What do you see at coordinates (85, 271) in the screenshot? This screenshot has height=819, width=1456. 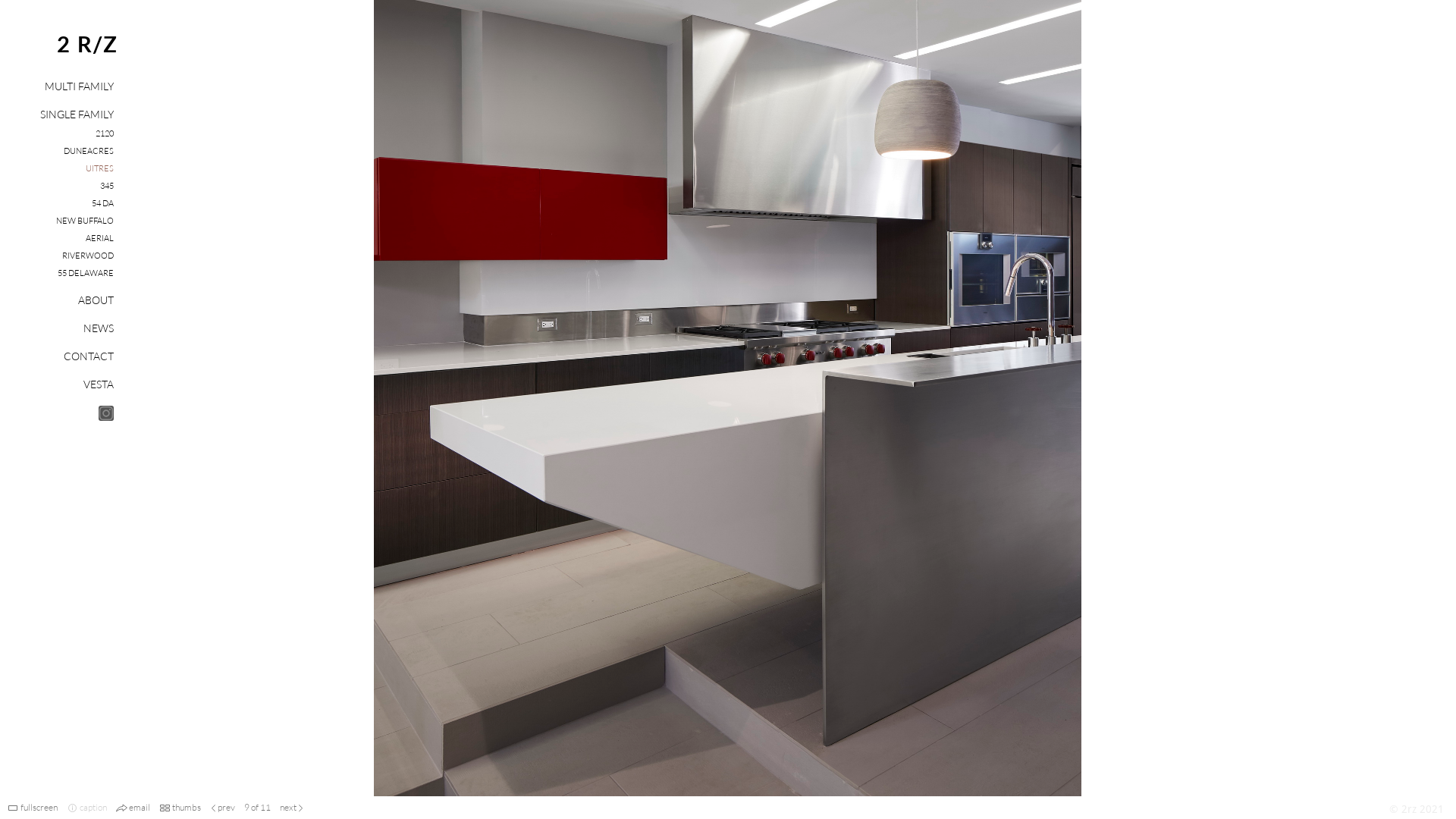 I see `'55 DELAWARE'` at bounding box center [85, 271].